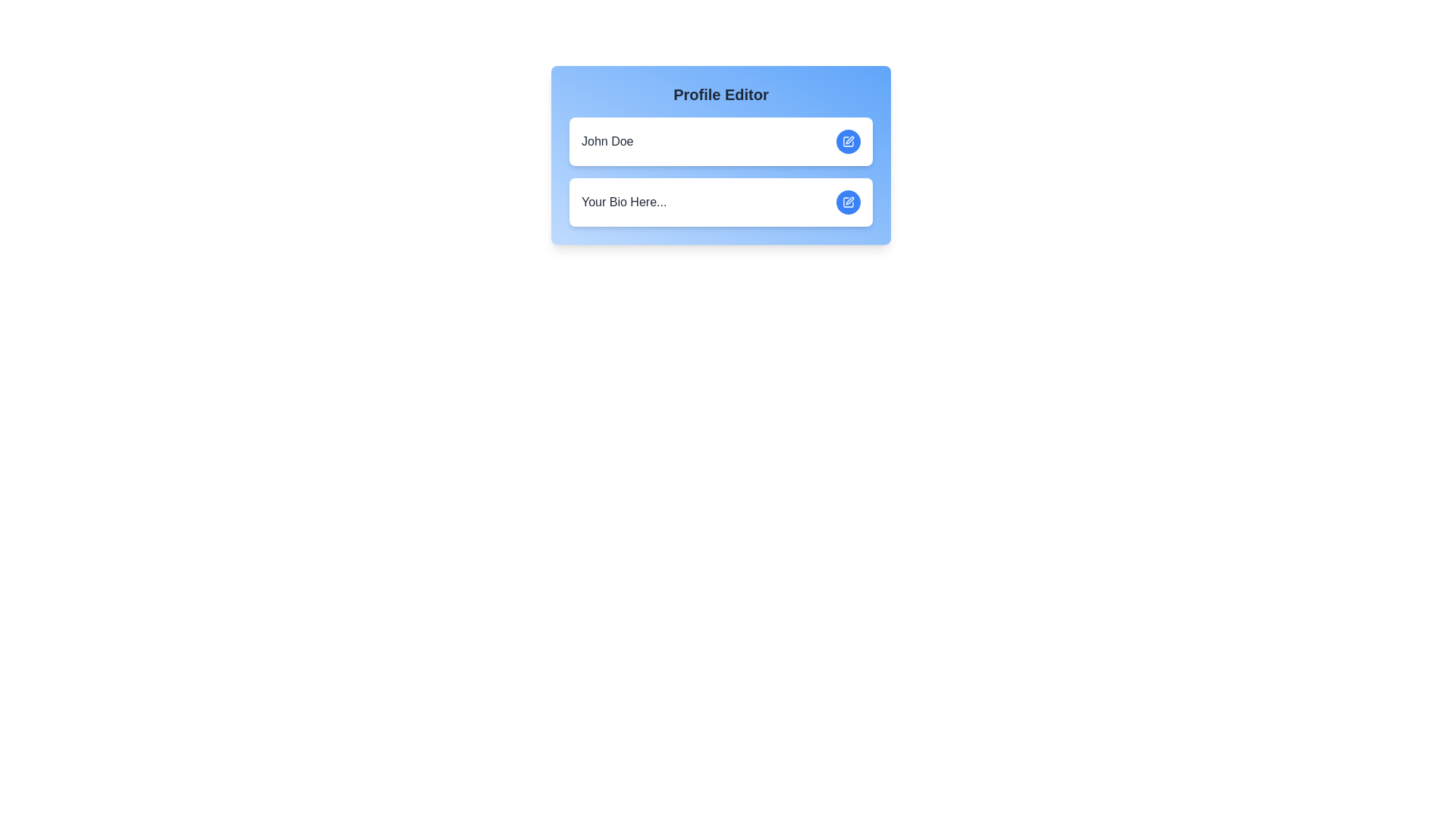  Describe the element at coordinates (850, 140) in the screenshot. I see `the edit icon located in the top right corner of the input field labeled 'John Doe', which is inside a blue circular button` at that location.